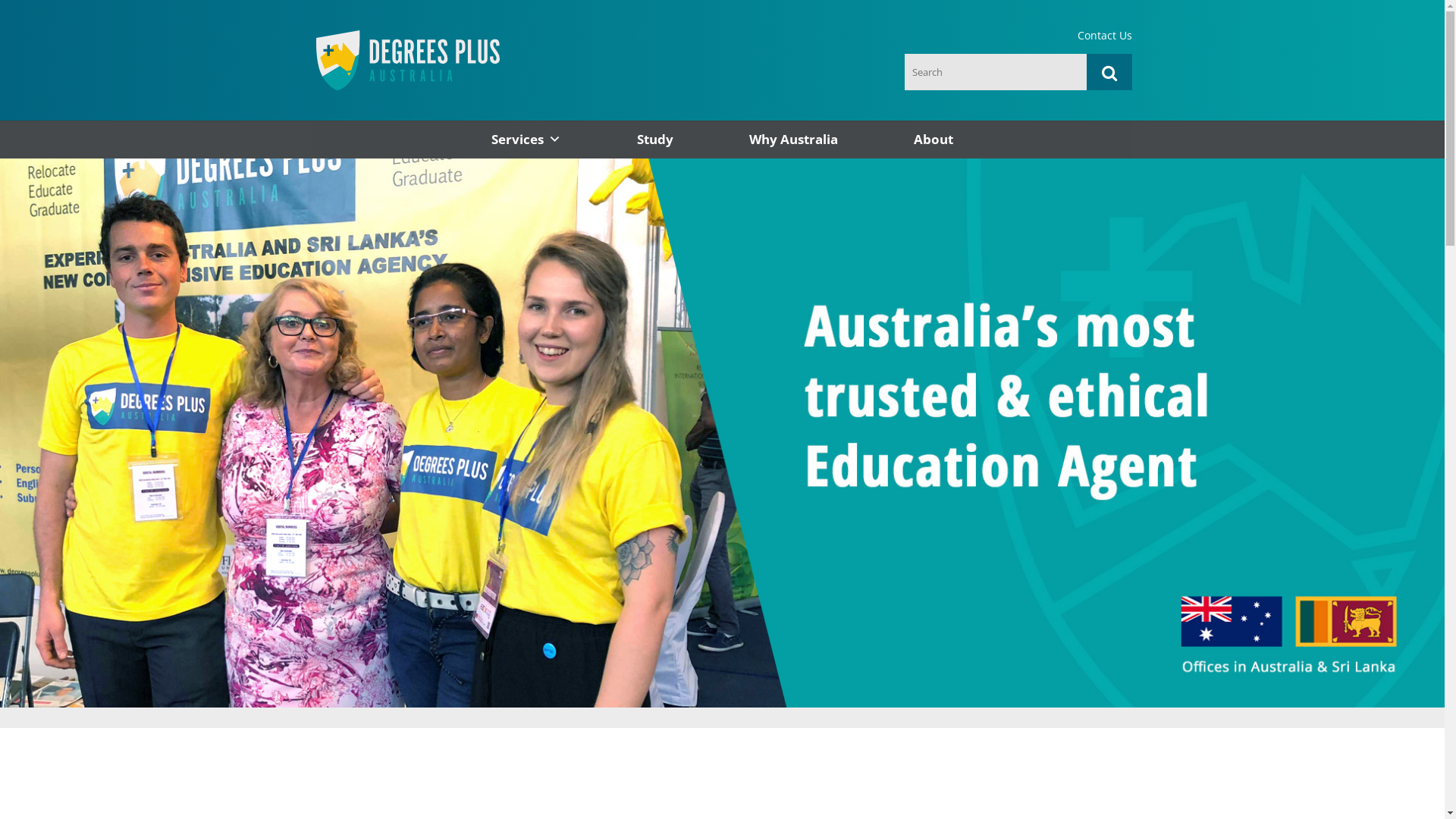 The width and height of the screenshot is (1456, 819). I want to click on 'Contact Us', so click(1103, 41).